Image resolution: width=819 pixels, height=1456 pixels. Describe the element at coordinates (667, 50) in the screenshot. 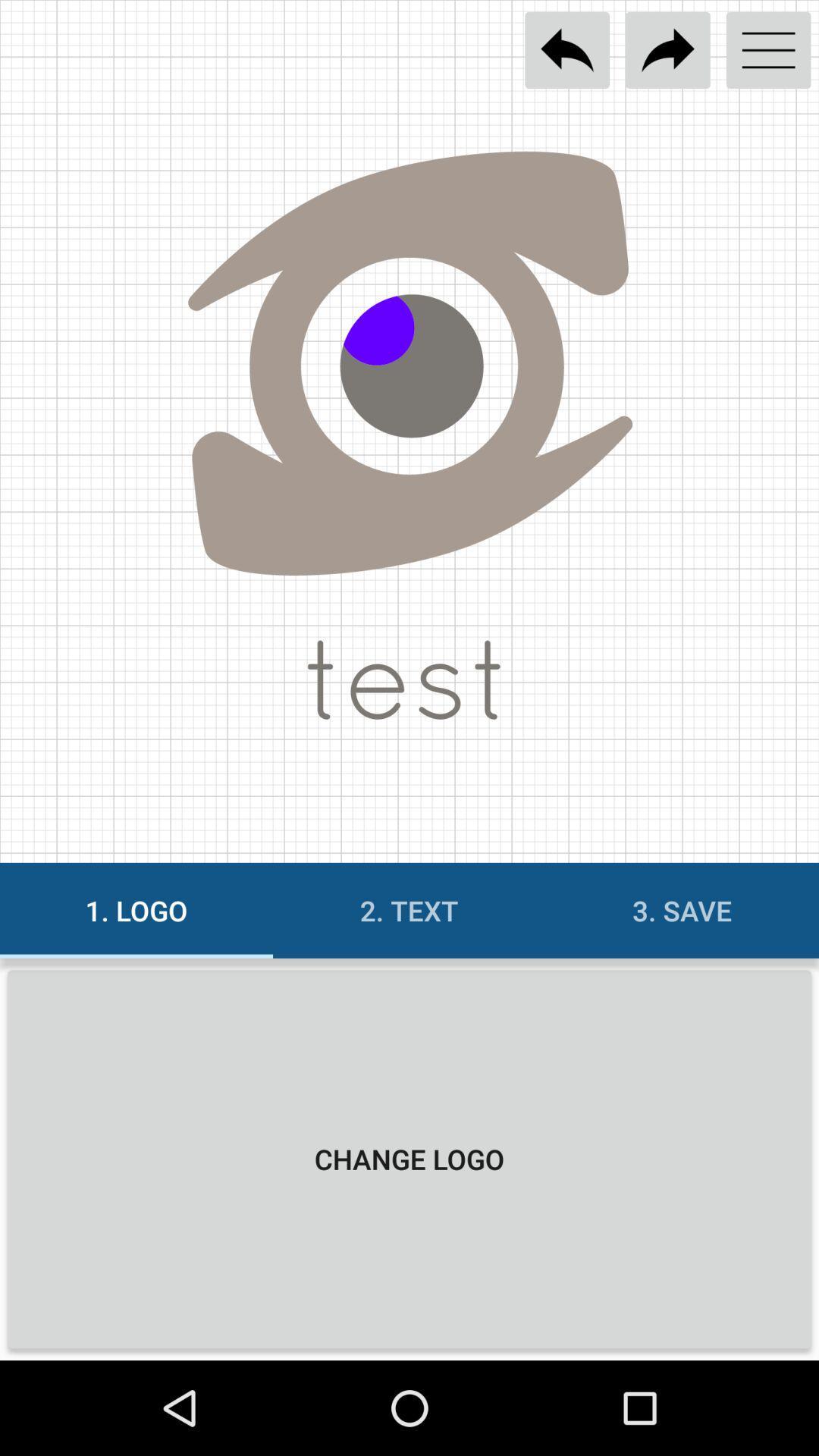

I see `redo` at that location.